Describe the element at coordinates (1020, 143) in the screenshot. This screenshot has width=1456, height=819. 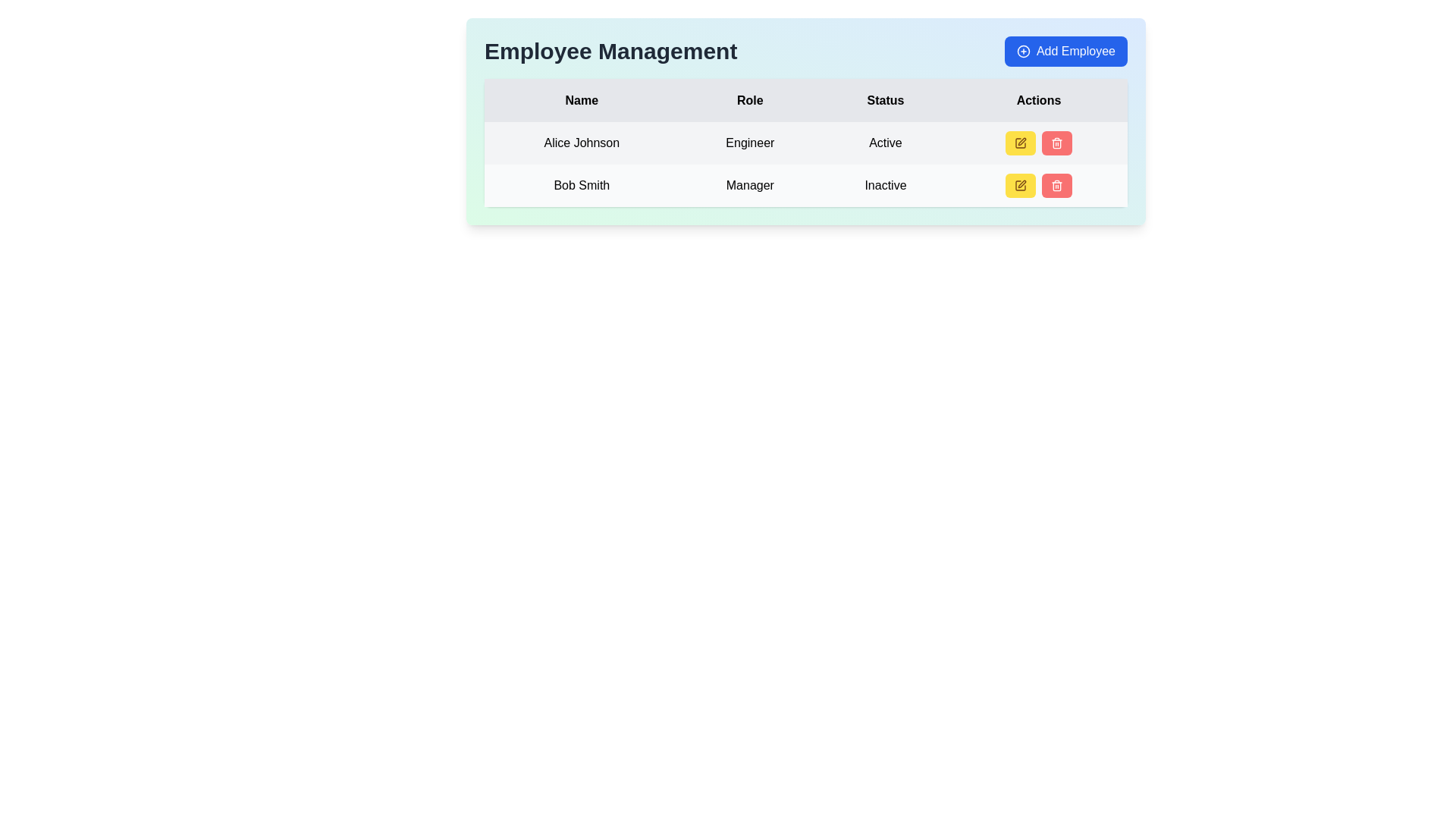
I see `the pen icon button in the 'Actions' column of the table under the 'Engineer - Active' row to initiate editing` at that location.